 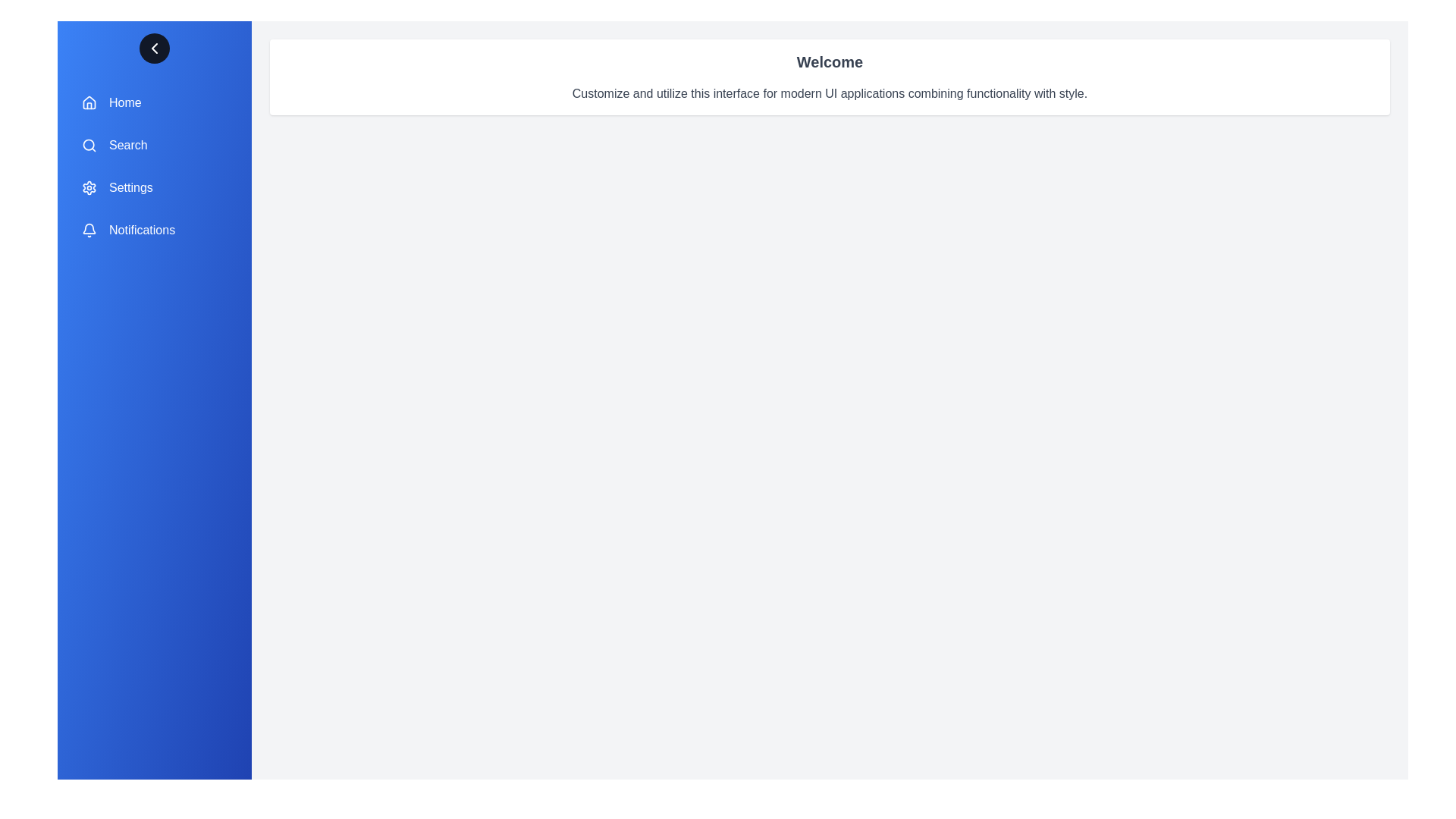 What do you see at coordinates (154, 48) in the screenshot?
I see `toggle button on the drawer to change its state` at bounding box center [154, 48].